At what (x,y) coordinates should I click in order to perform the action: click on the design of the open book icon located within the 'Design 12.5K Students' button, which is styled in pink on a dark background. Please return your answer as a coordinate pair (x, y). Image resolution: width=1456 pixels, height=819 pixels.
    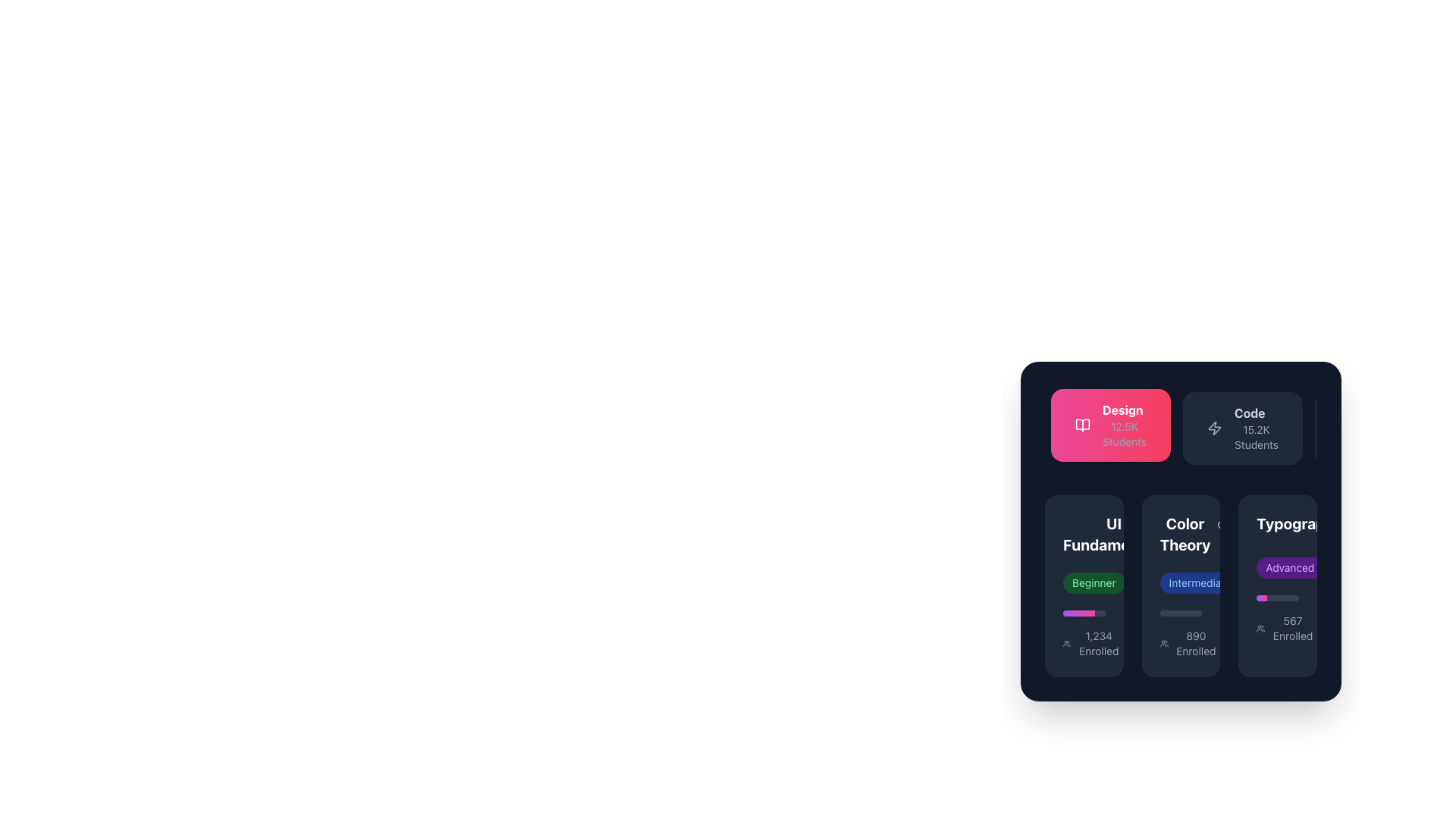
    Looking at the image, I should click on (1082, 425).